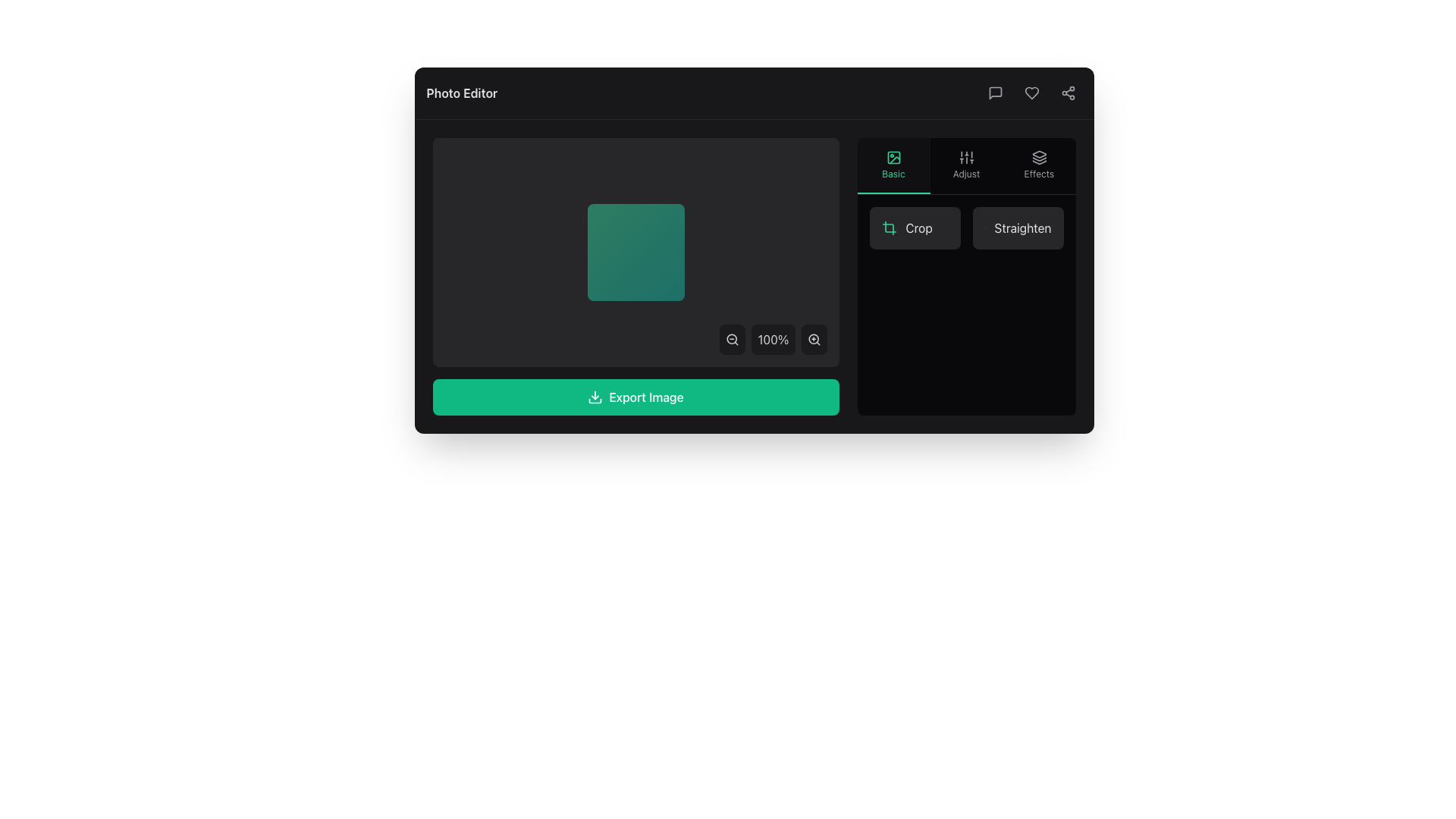 The image size is (1456, 819). I want to click on the informational label that indicates the current zoom level of 100%, located at the bottom-right corner between zoom-out and zoom-in buttons, so click(773, 338).